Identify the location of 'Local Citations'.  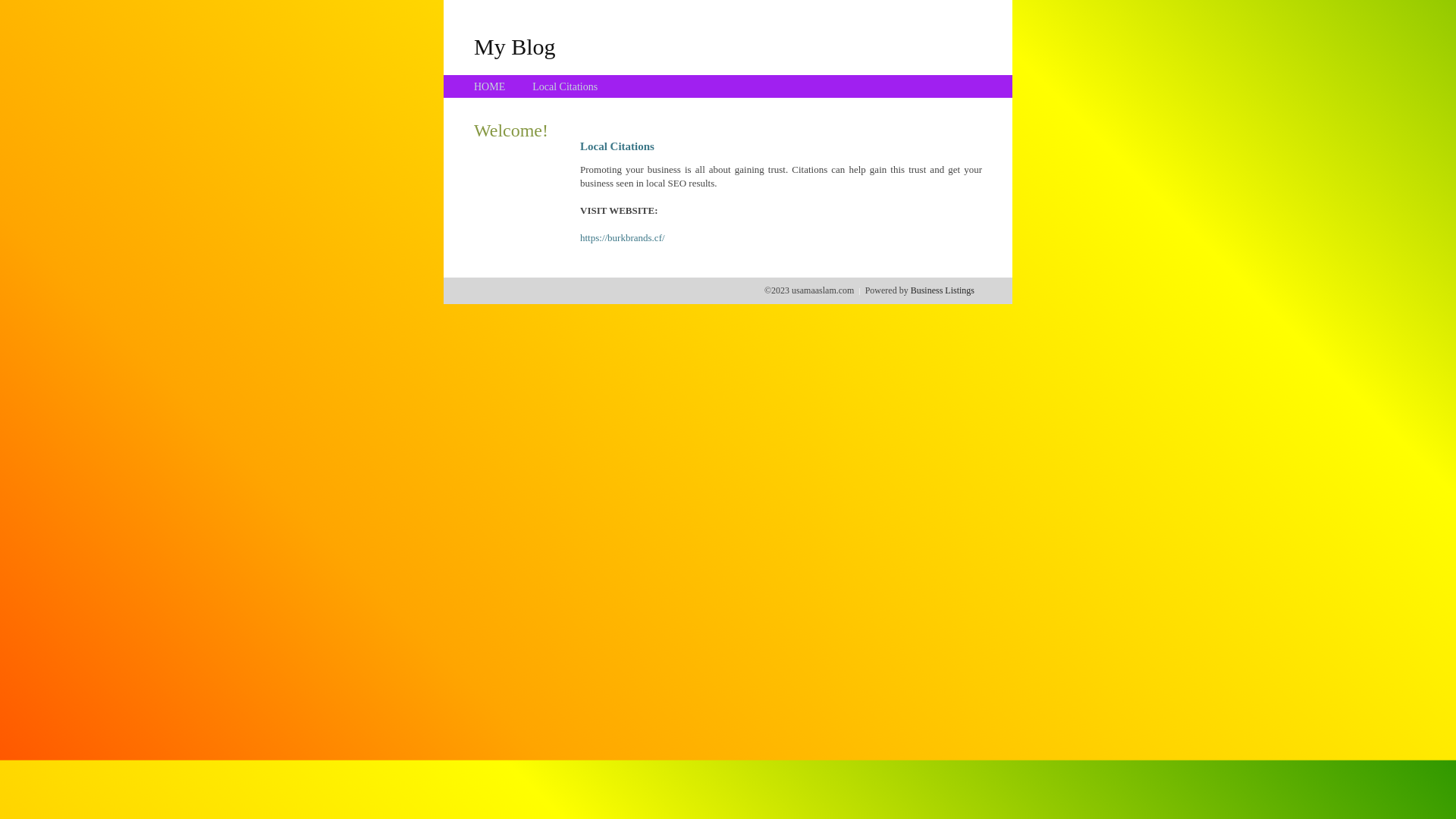
(563, 86).